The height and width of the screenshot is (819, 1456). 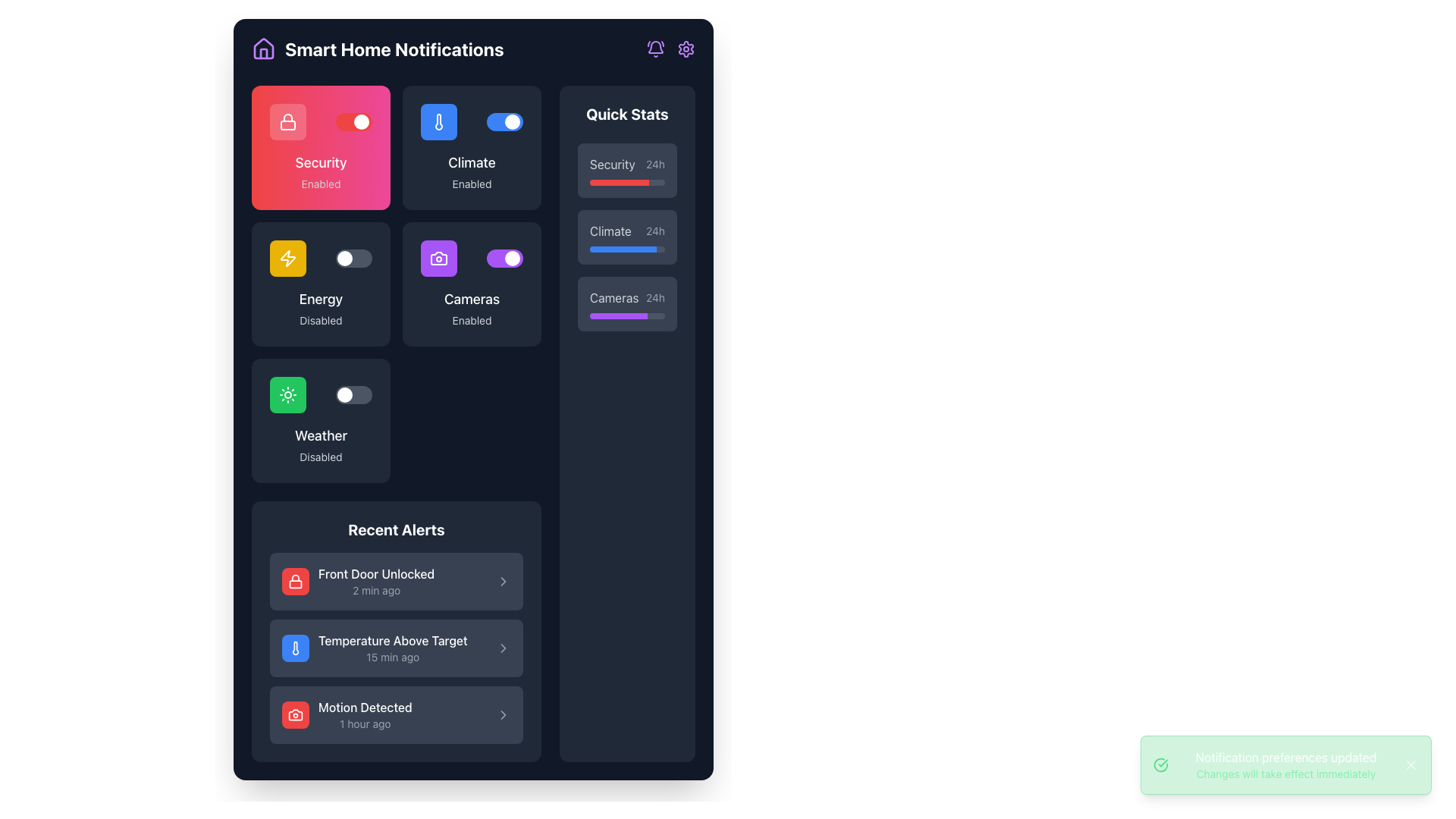 What do you see at coordinates (320, 394) in the screenshot?
I see `the Toggle switch in the Weather section` at bounding box center [320, 394].